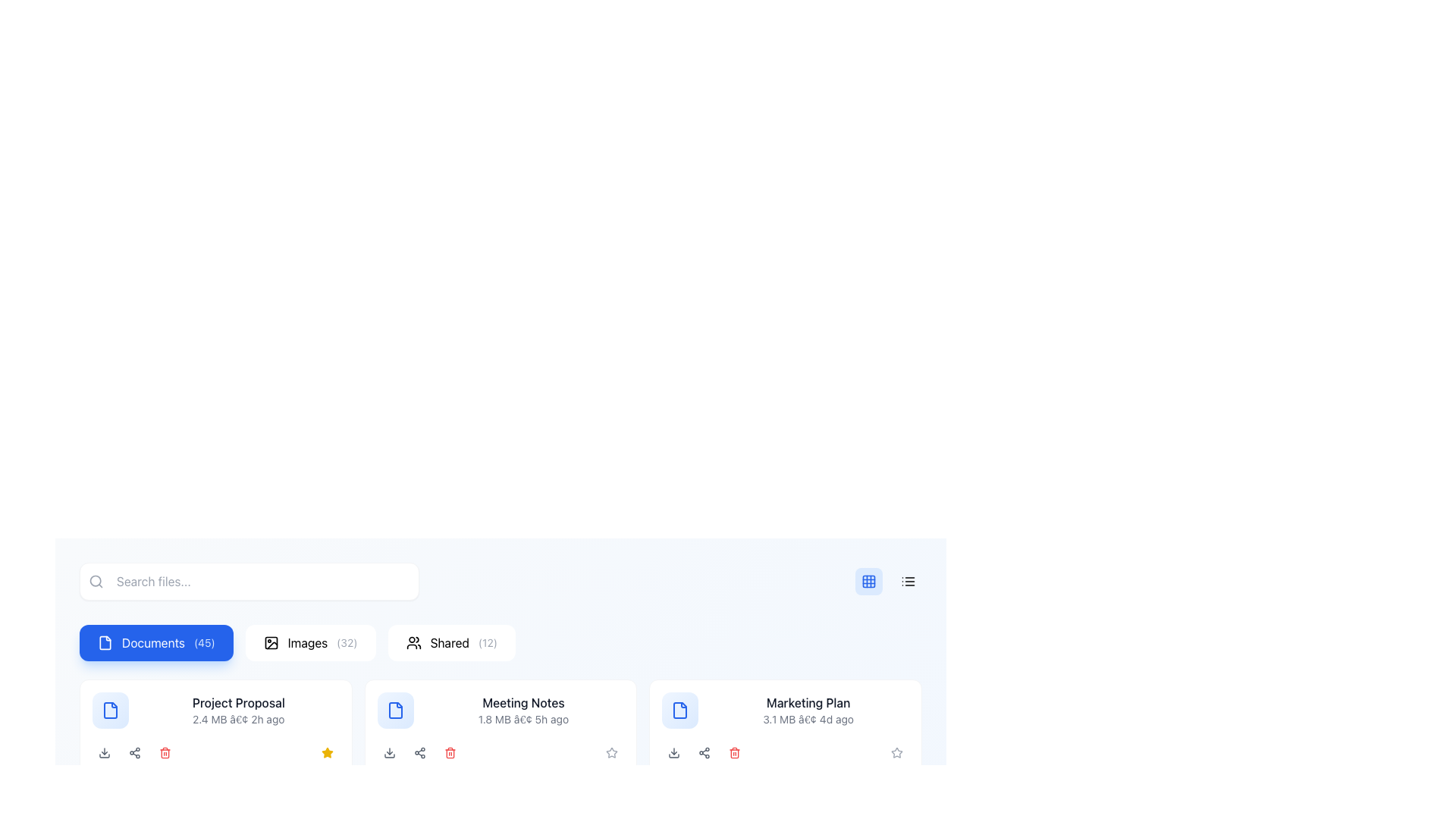  I want to click on the 'Shared' section label text in the navigation bar, so click(449, 643).